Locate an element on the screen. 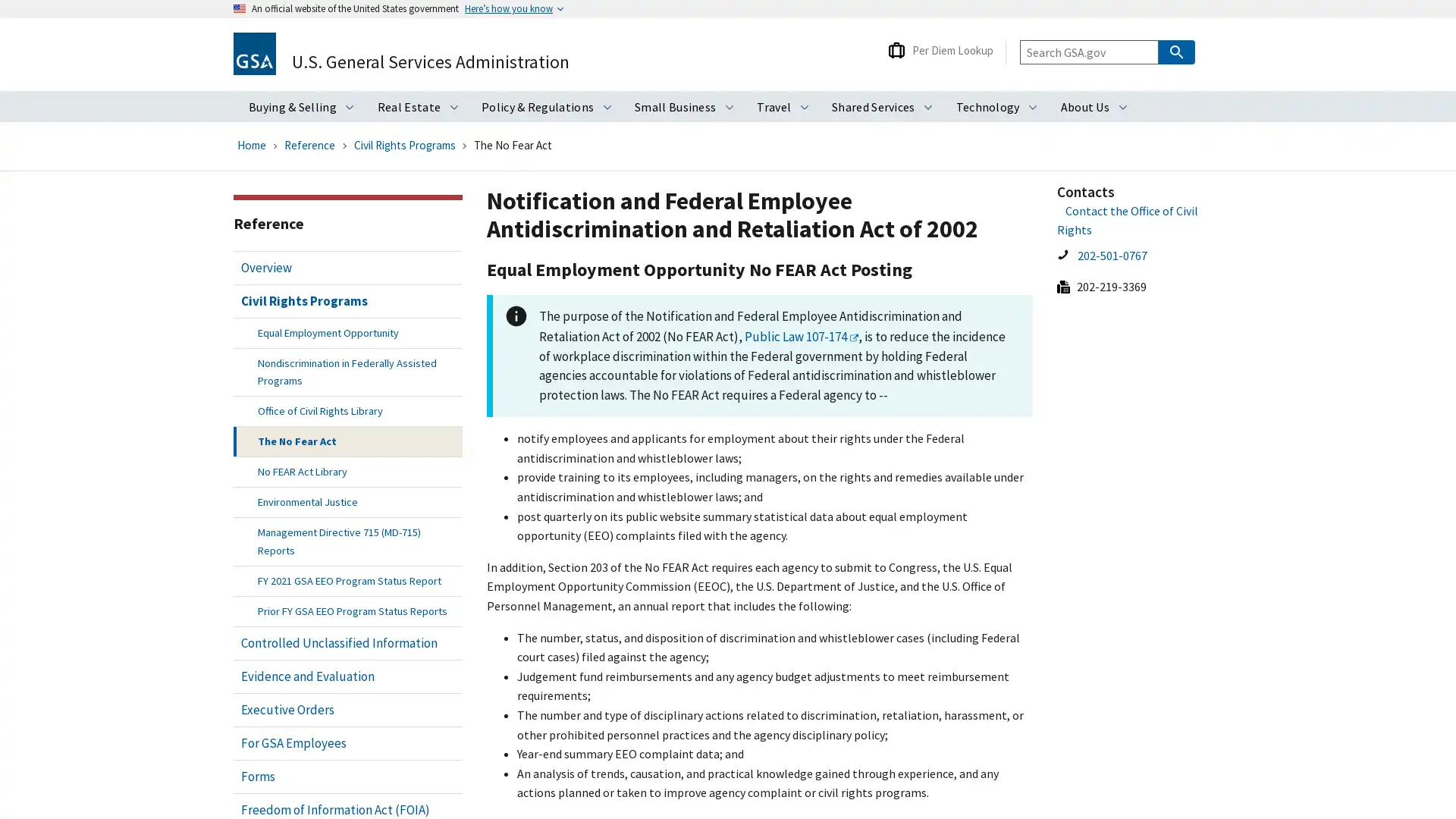 This screenshot has width=1456, height=819. Search is located at coordinates (1175, 52).